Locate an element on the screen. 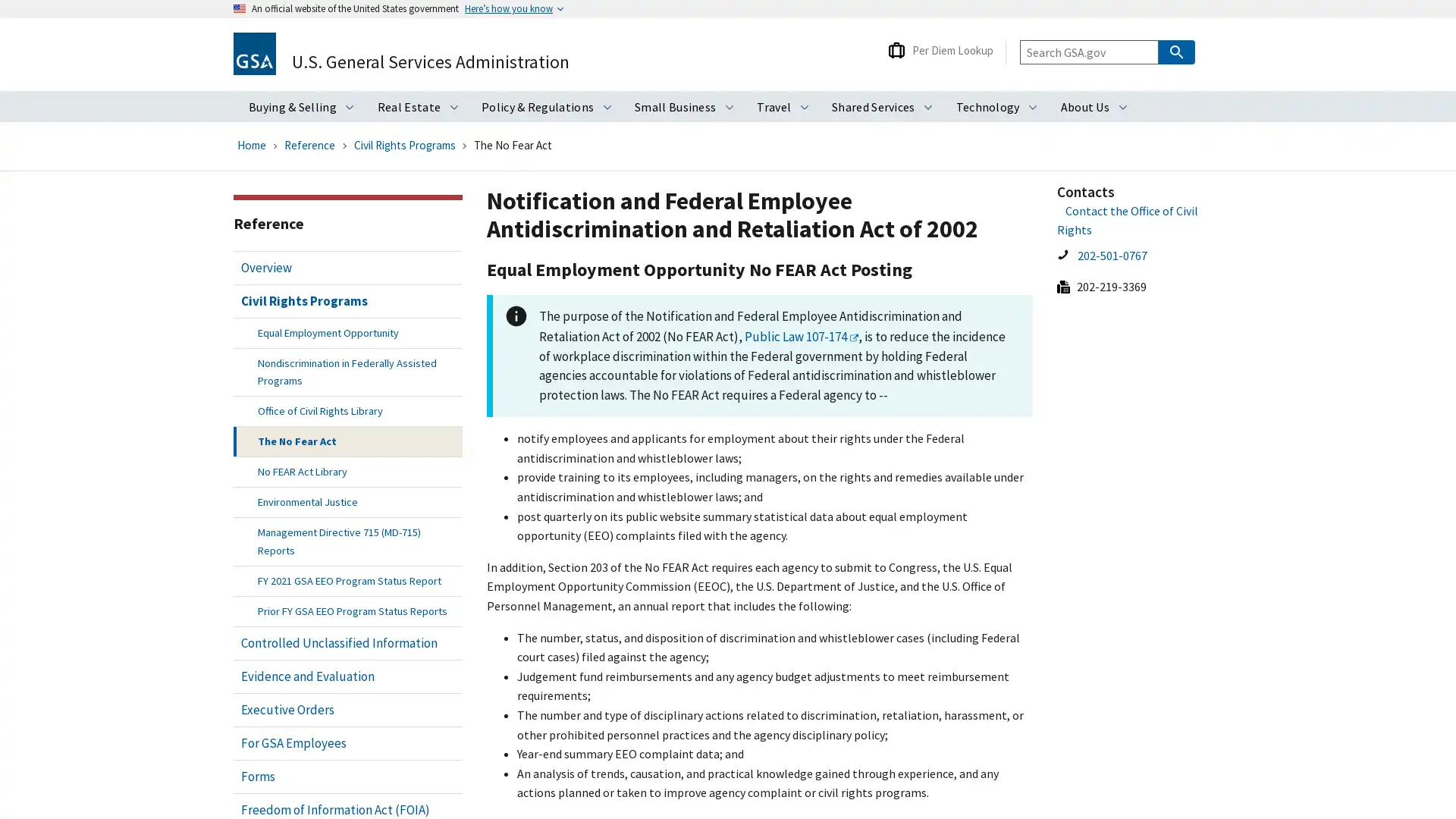 This screenshot has width=1456, height=819. Search is located at coordinates (1175, 52).